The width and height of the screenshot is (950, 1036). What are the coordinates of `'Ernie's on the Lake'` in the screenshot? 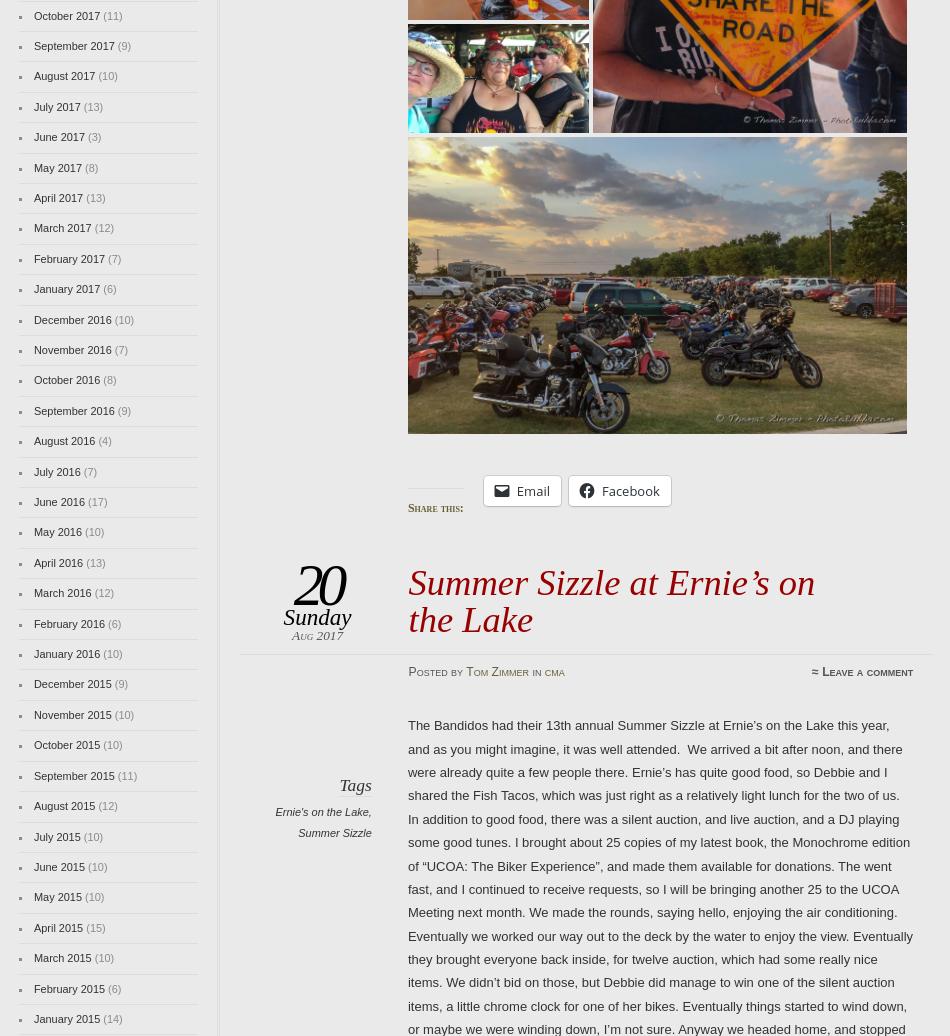 It's located at (320, 810).